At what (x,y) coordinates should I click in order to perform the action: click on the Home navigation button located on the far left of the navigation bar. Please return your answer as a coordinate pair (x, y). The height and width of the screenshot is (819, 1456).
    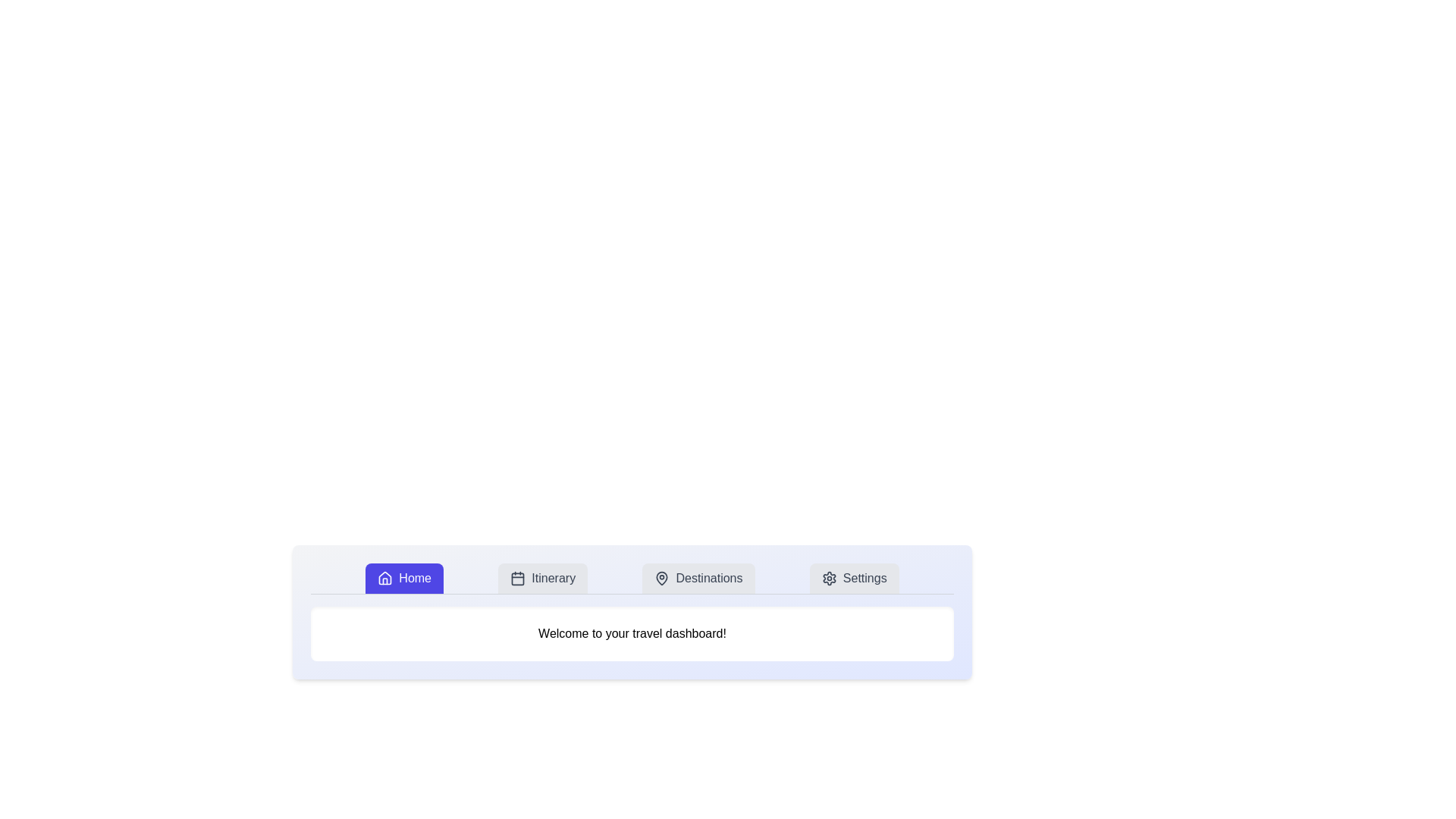
    Looking at the image, I should click on (404, 579).